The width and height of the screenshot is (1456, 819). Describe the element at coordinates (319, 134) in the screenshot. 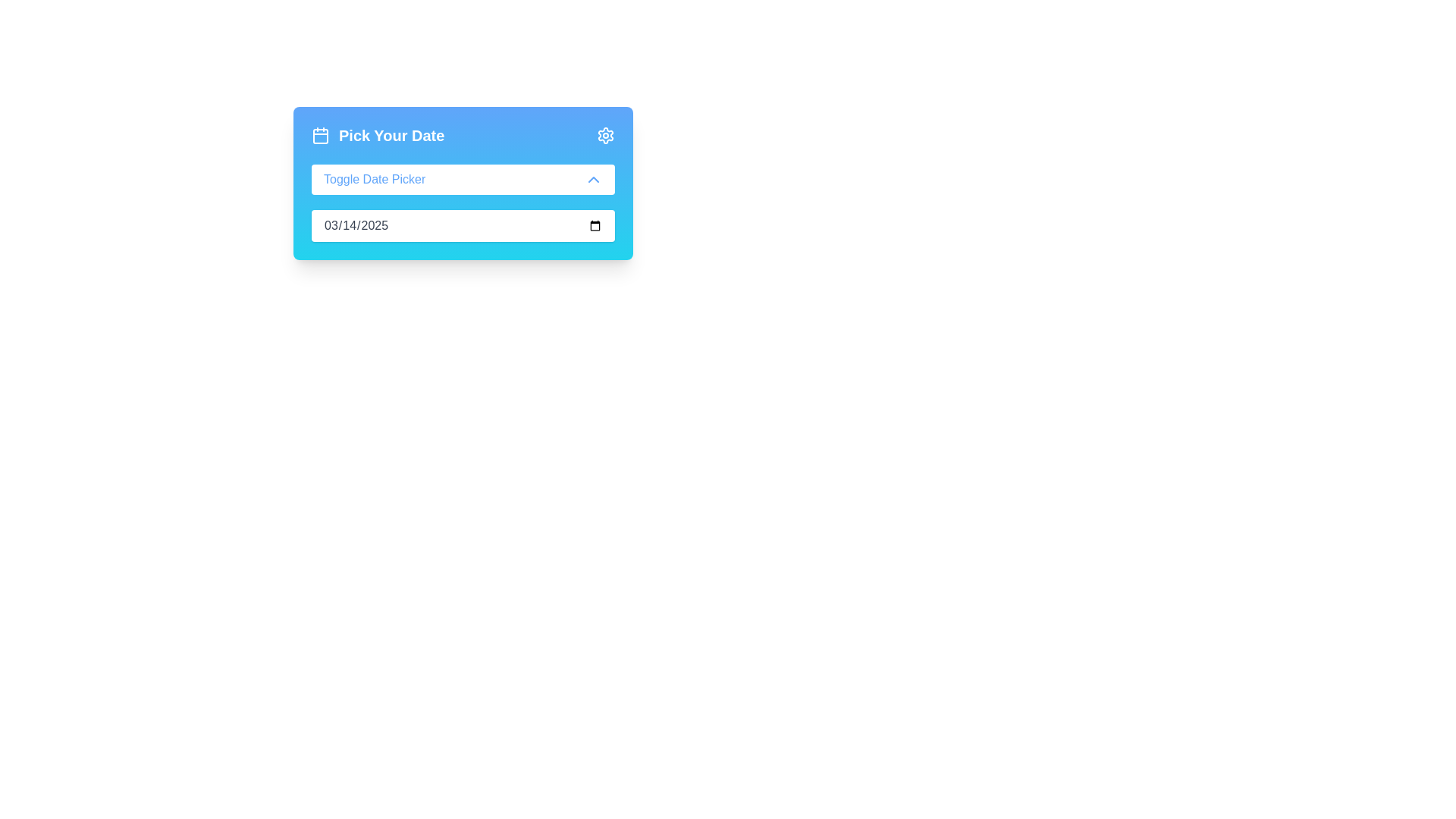

I see `the calendar icon located next to the text 'Pick Your Date', which serves as a visual cue for date-related functionalities` at that location.